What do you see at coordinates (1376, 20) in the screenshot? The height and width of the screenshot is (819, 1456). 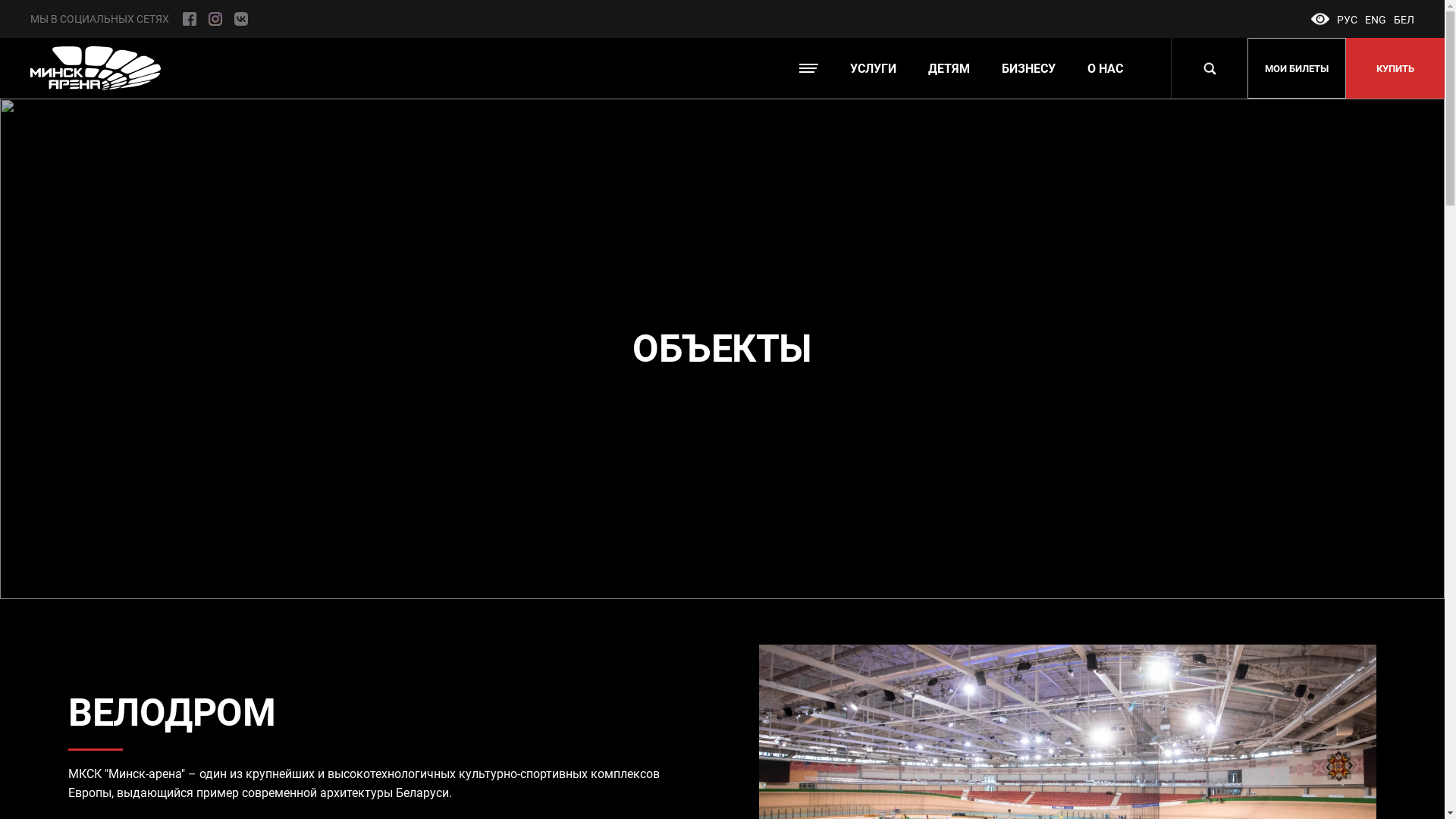 I see `'ENG'` at bounding box center [1376, 20].